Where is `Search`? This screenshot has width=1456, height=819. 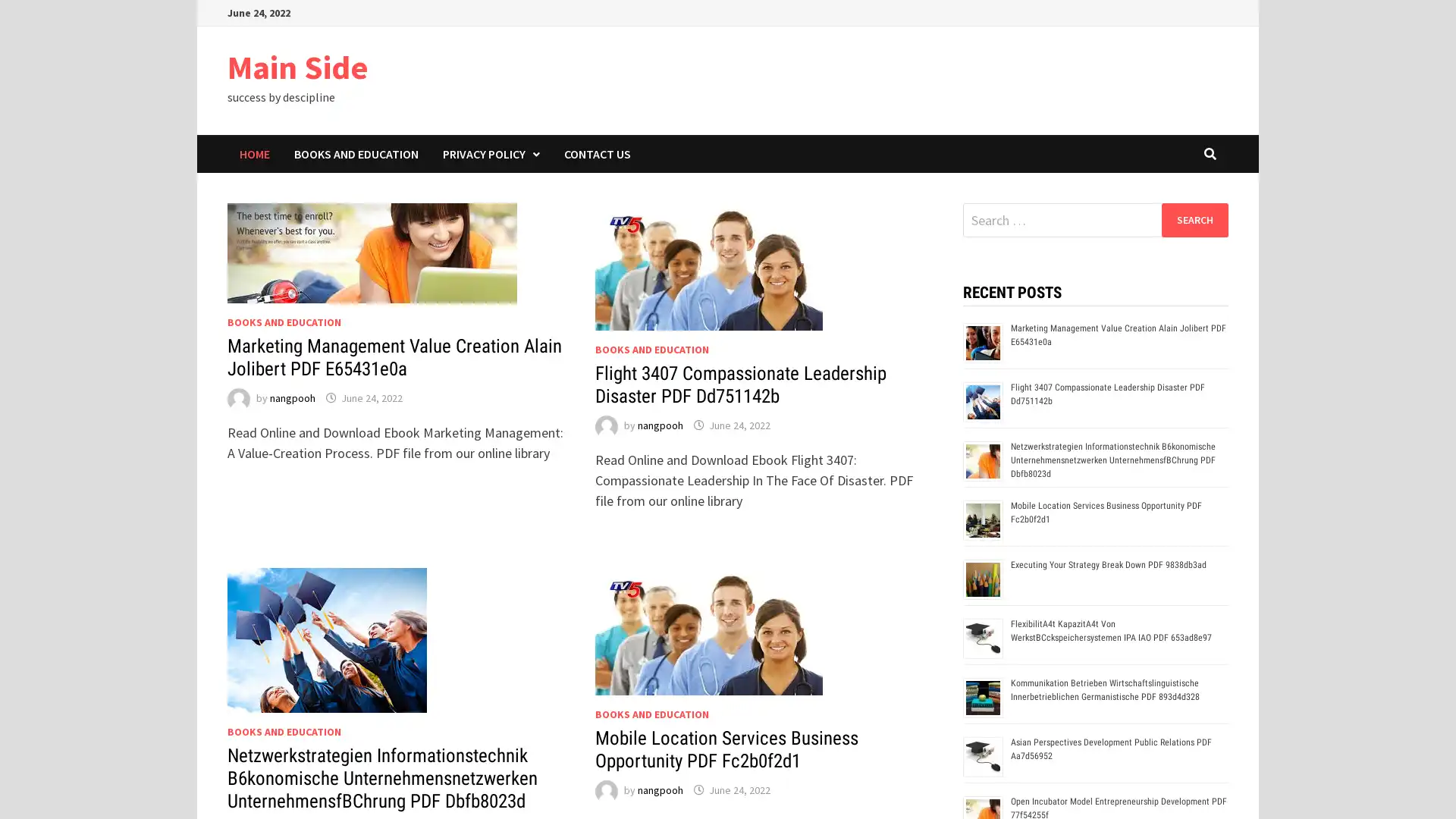 Search is located at coordinates (1194, 219).